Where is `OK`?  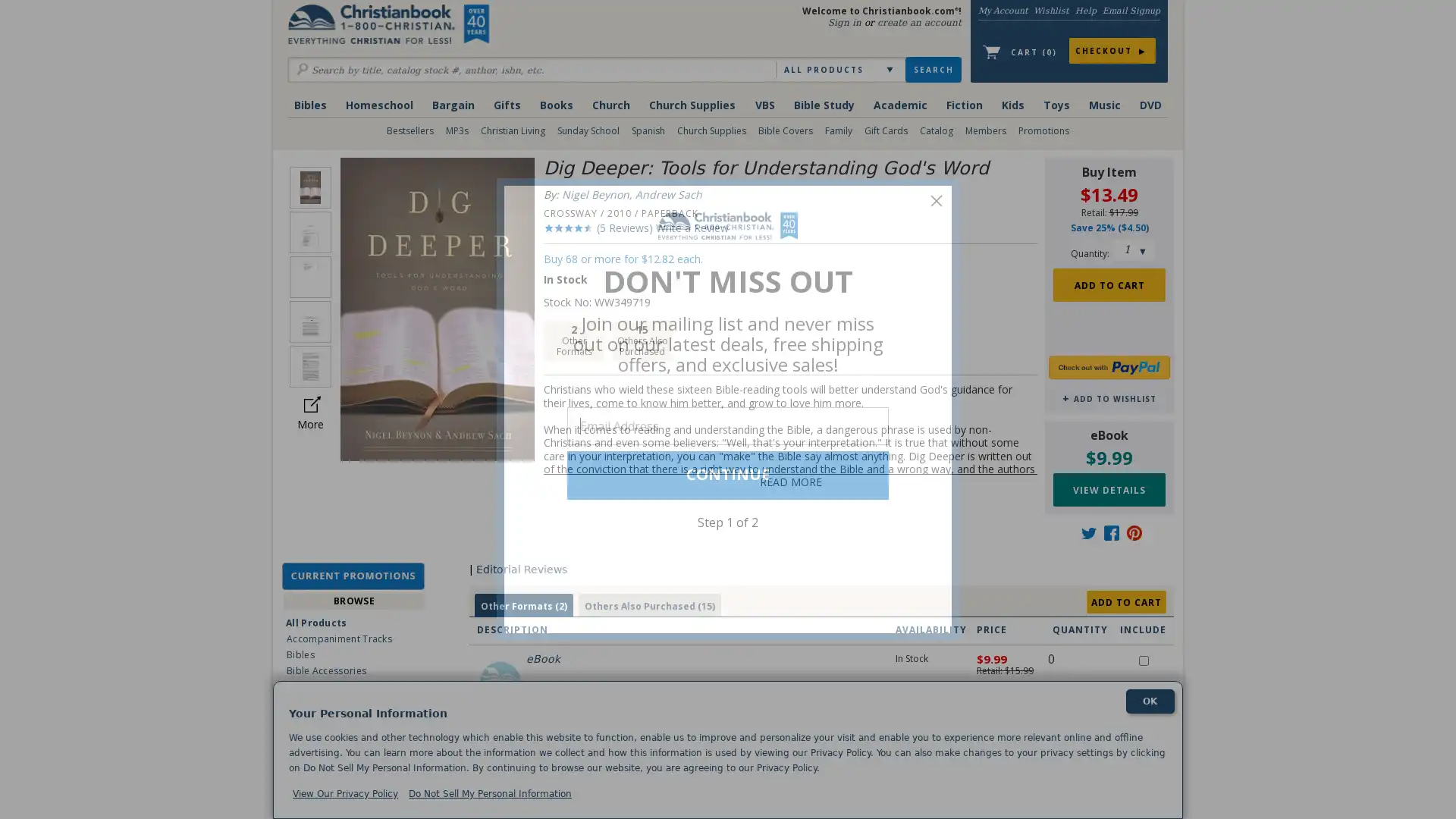
OK is located at coordinates (1150, 701).